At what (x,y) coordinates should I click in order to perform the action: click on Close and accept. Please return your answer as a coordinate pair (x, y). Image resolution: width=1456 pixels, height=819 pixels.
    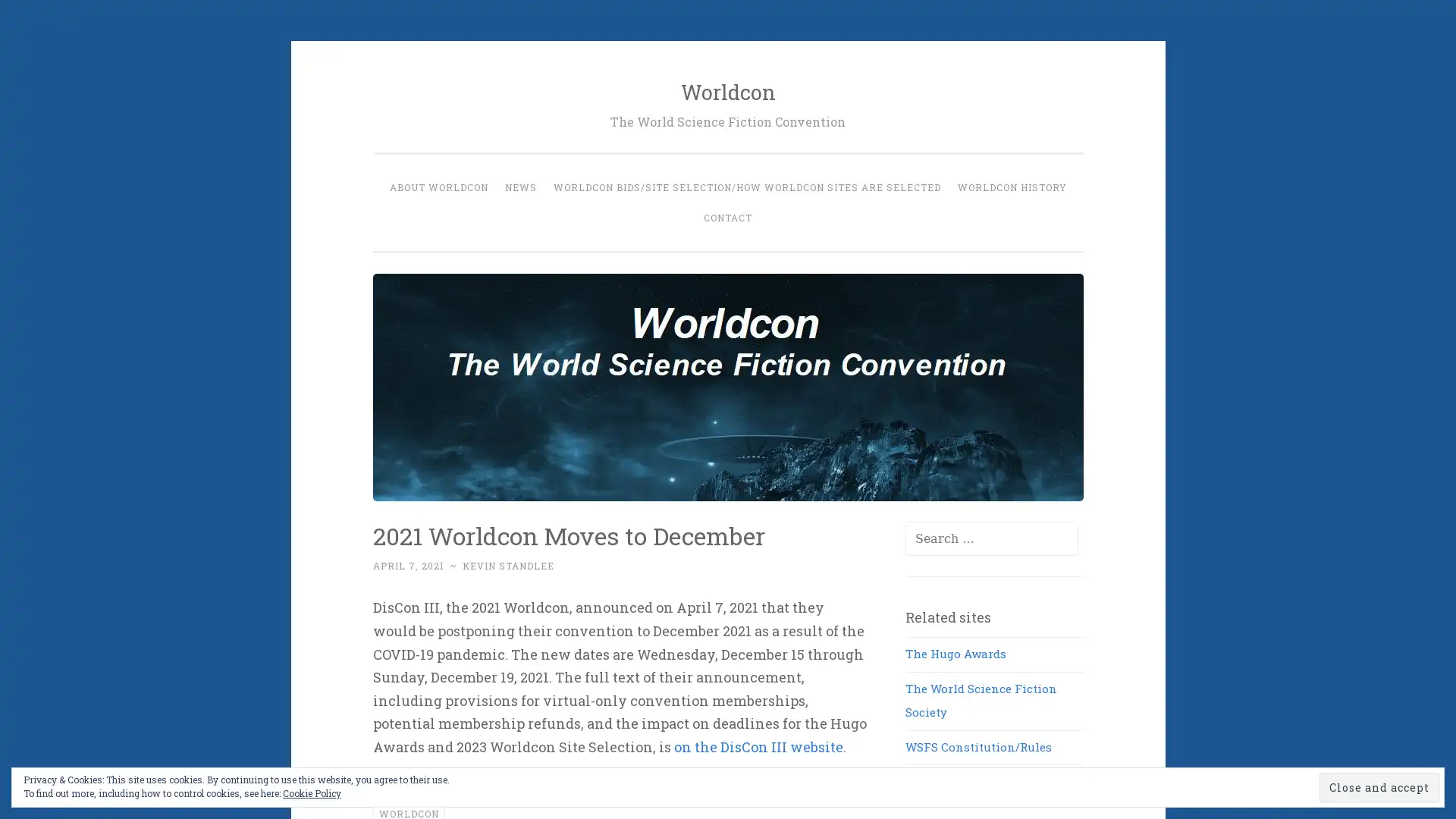
    Looking at the image, I should click on (1379, 786).